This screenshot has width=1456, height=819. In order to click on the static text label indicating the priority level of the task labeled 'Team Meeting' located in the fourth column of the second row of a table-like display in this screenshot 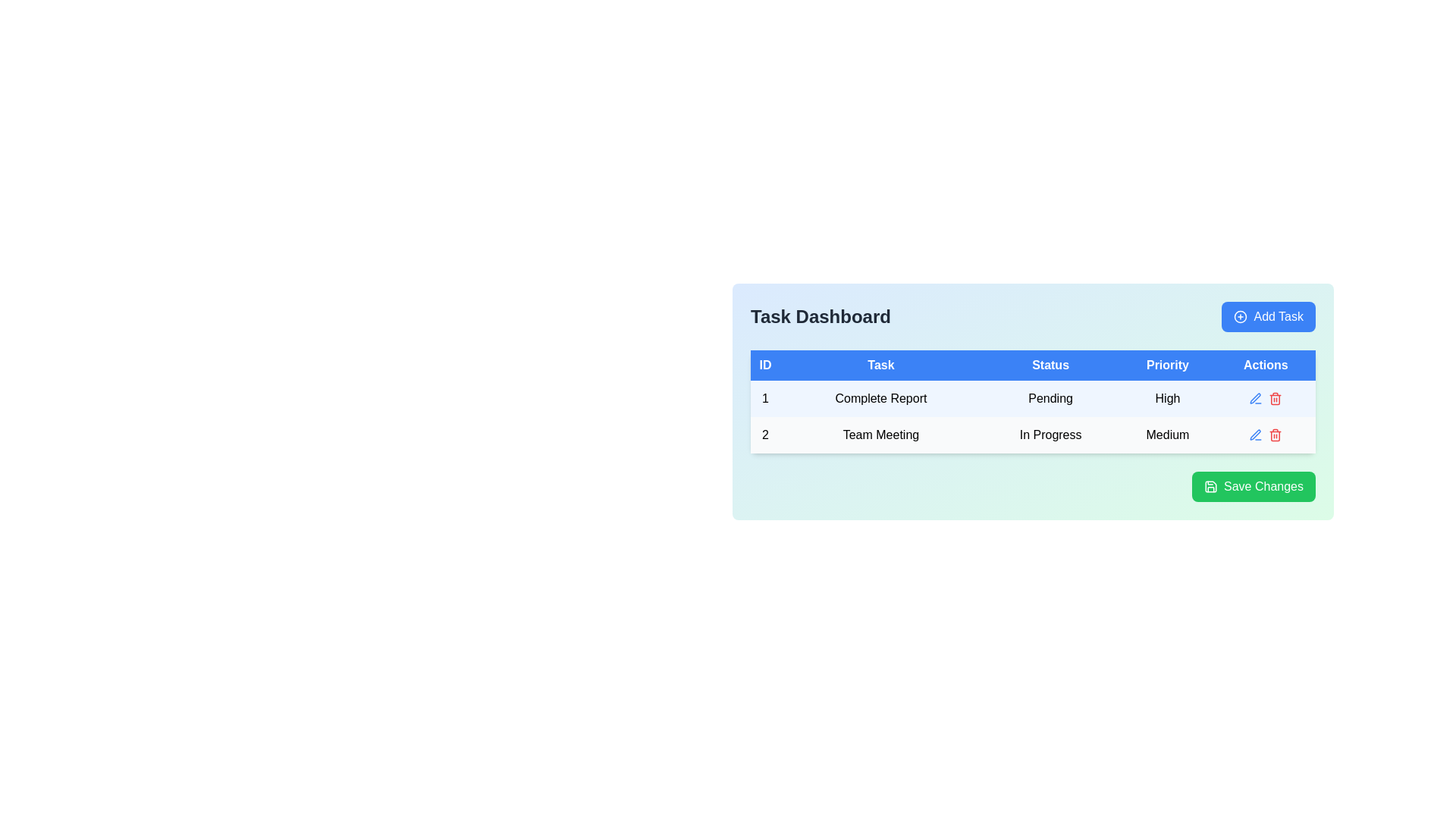, I will do `click(1167, 435)`.